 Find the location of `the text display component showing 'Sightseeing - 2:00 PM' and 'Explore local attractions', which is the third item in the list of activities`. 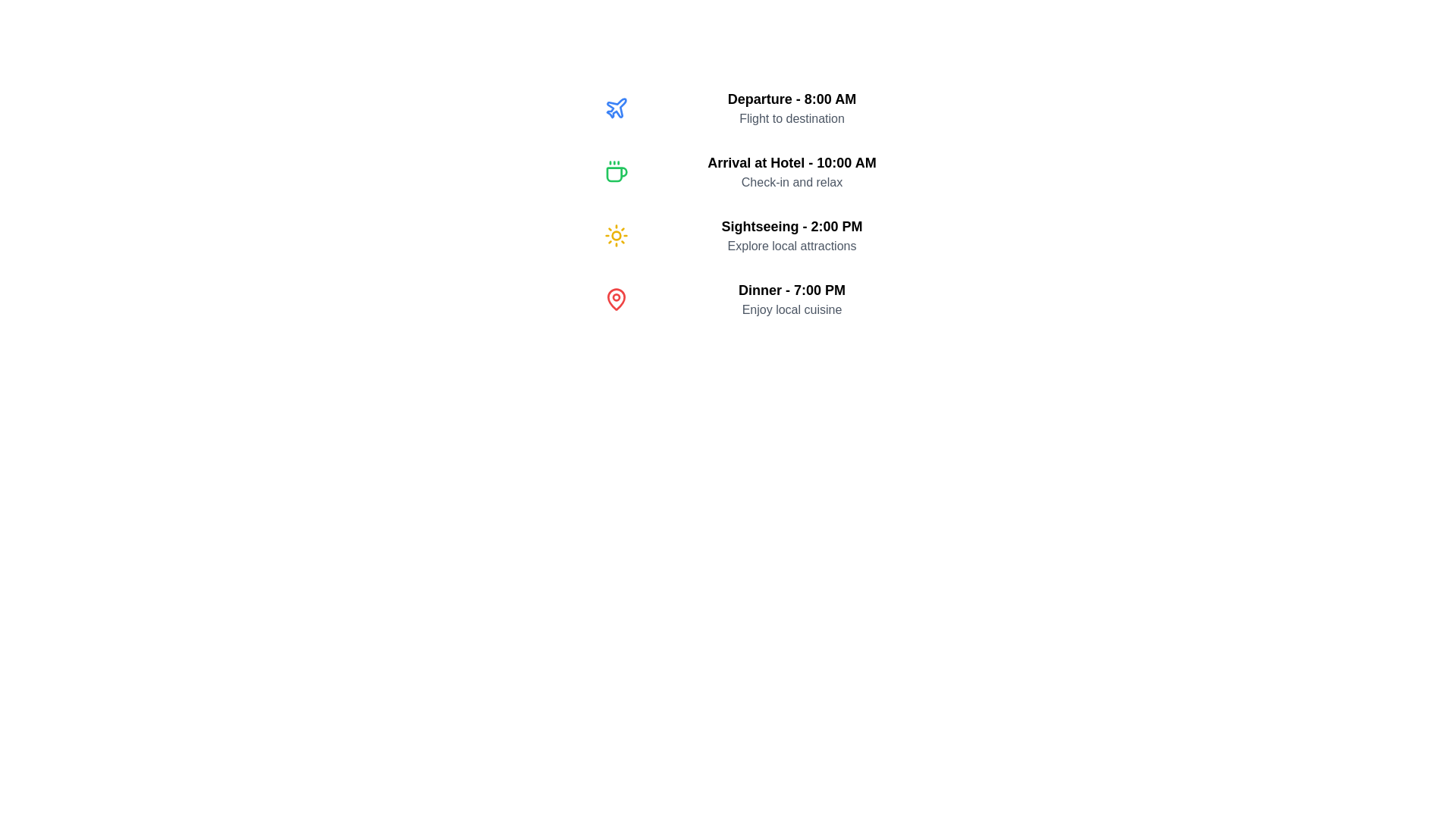

the text display component showing 'Sightseeing - 2:00 PM' and 'Explore local attractions', which is the third item in the list of activities is located at coordinates (791, 236).